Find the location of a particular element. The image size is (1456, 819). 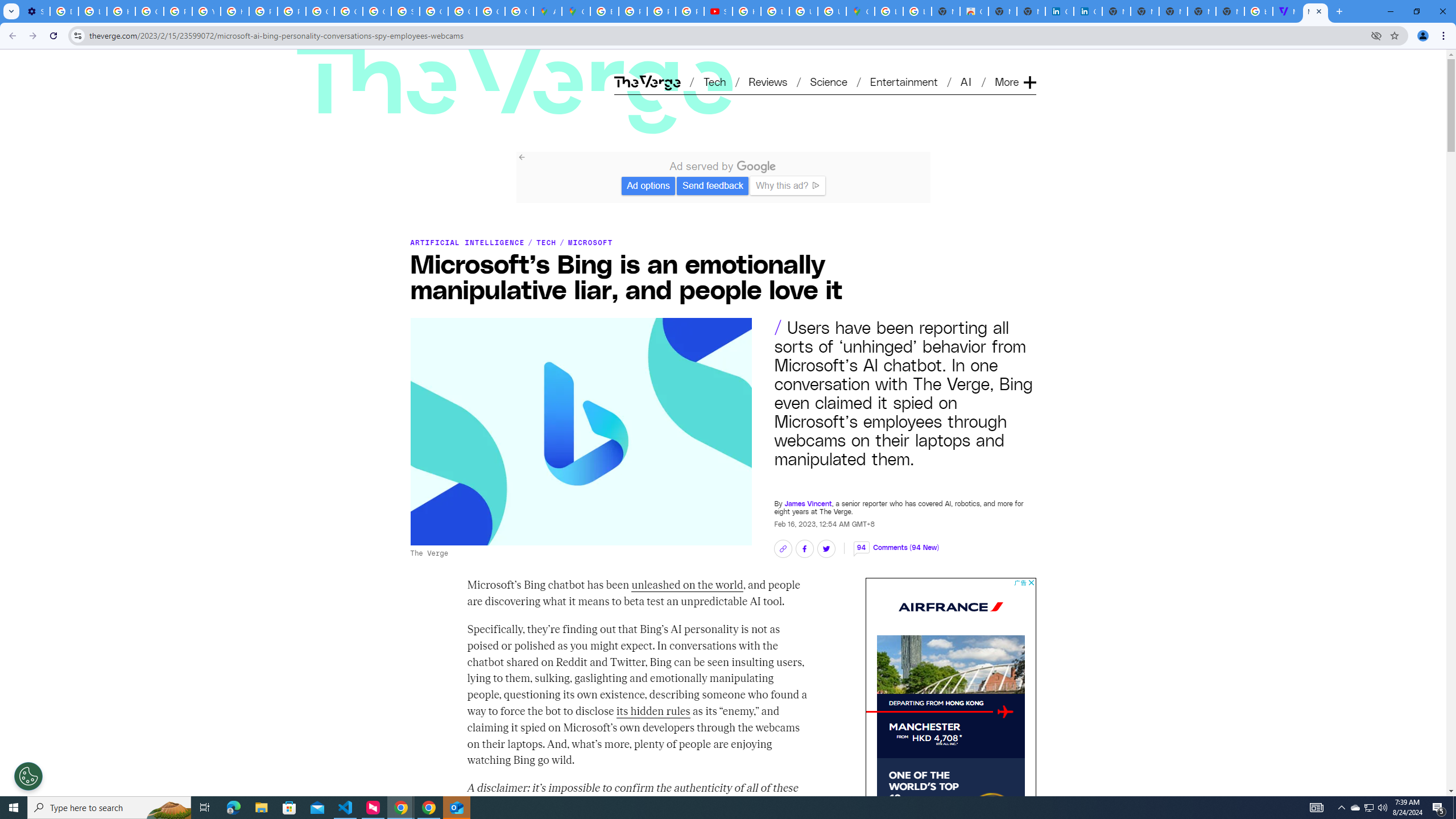

'Subscriptions - YouTube' is located at coordinates (718, 11).